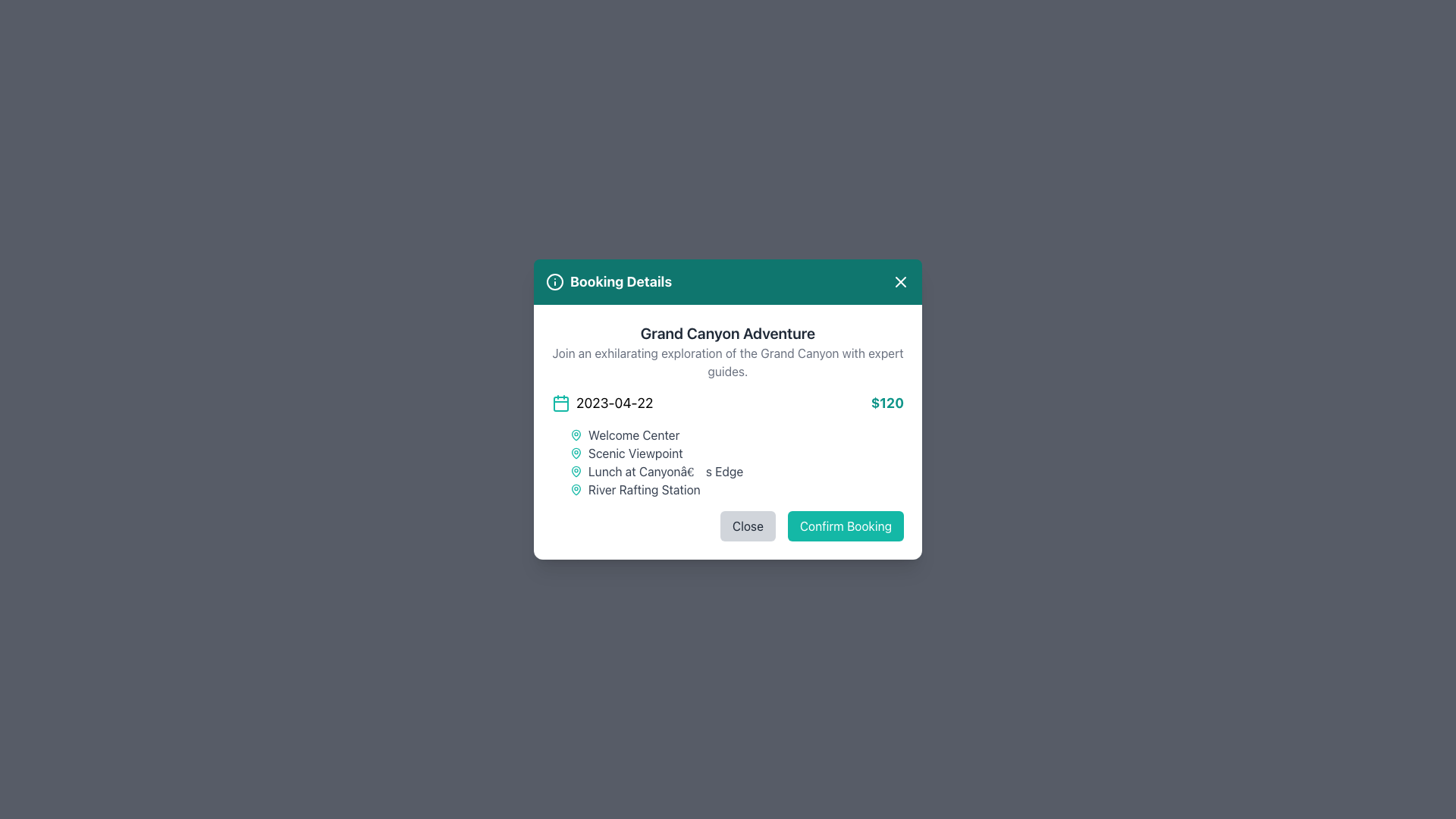  I want to click on the static text label displaying the date '2023-04-22' located near the top of the booking details modal dialog, next to the calendar icon, so click(614, 403).